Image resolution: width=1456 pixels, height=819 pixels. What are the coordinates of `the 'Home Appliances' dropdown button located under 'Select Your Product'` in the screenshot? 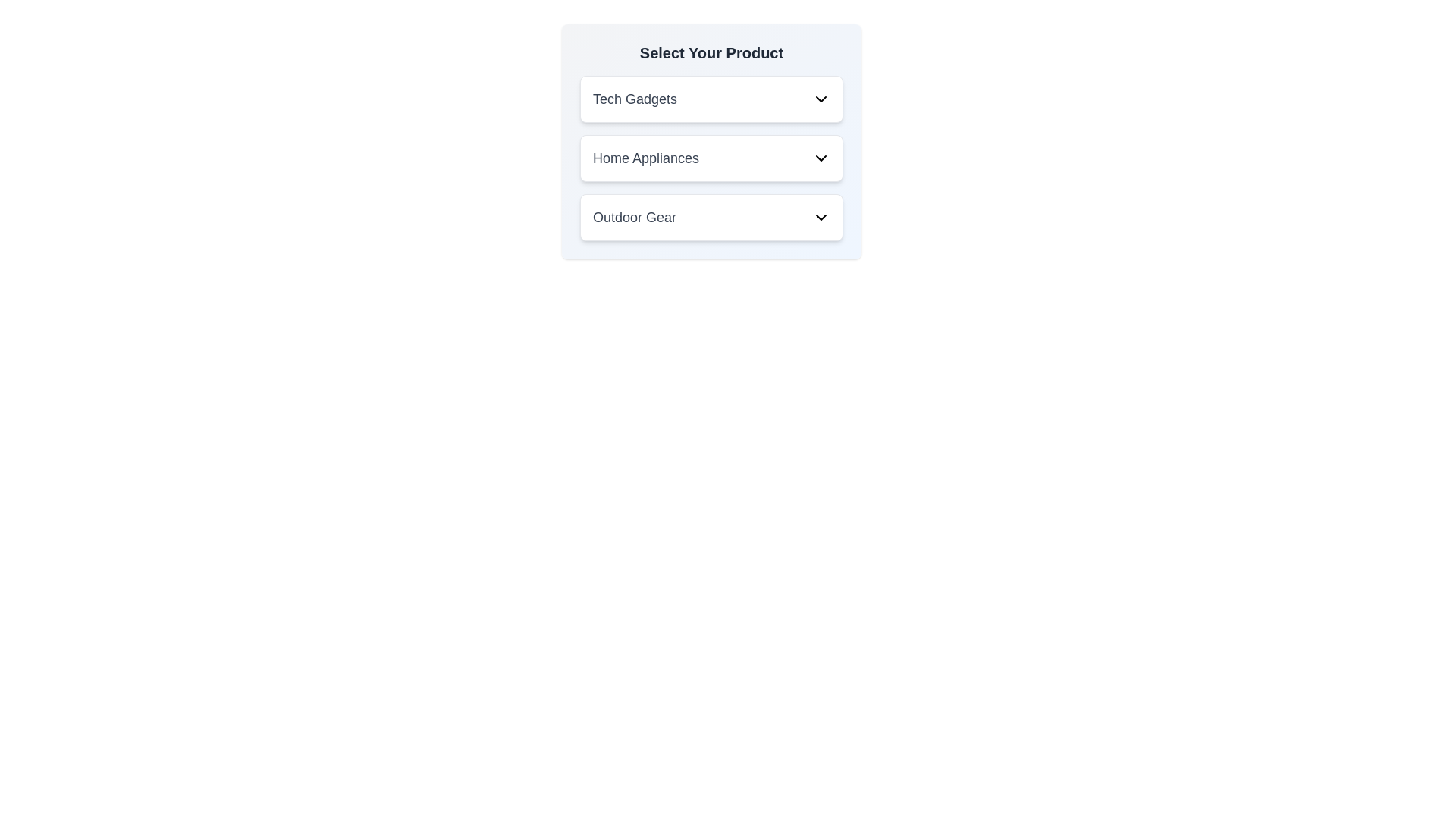 It's located at (711, 158).